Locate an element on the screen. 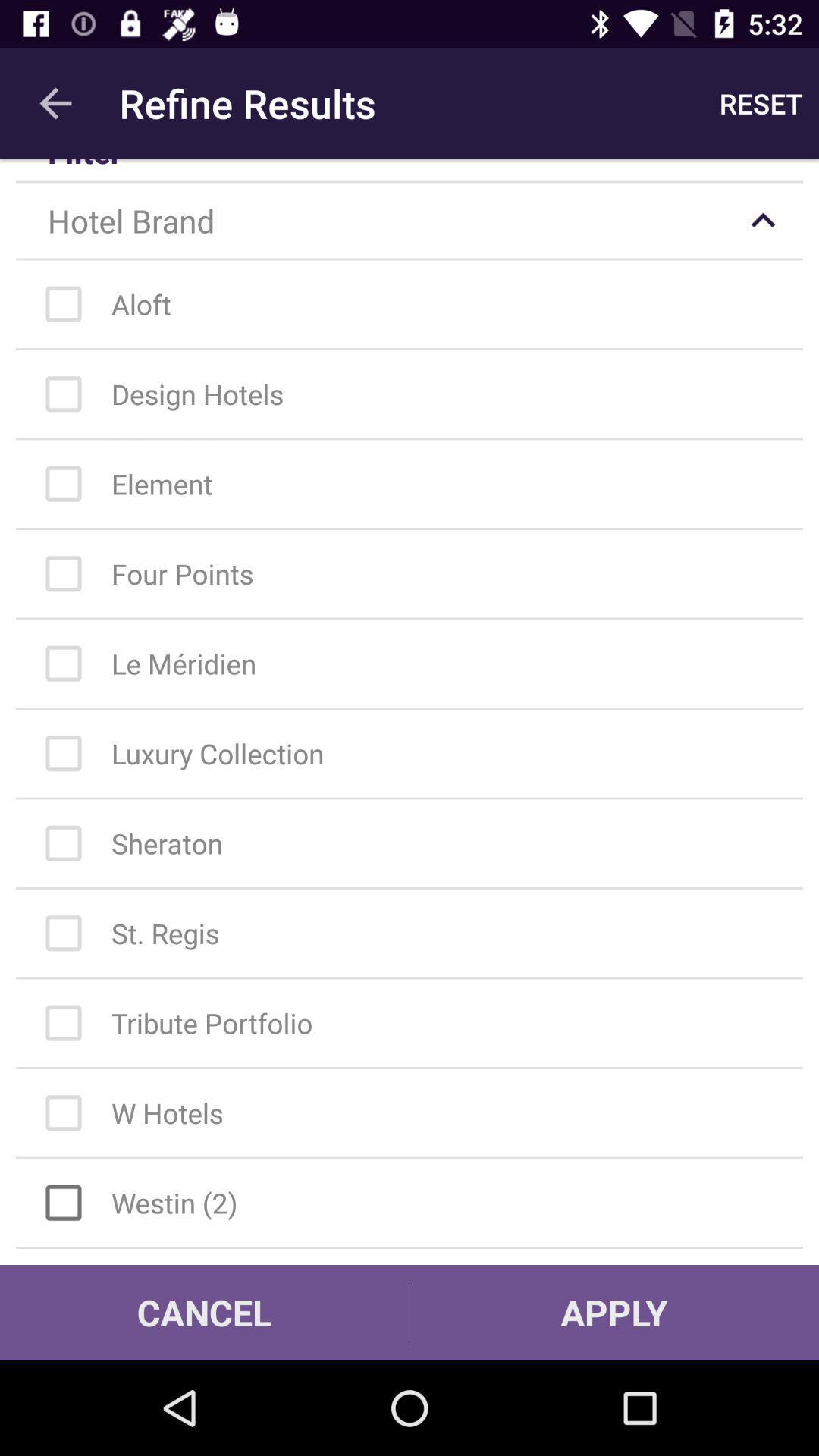 This screenshot has width=819, height=1456. the element along with the empty box is located at coordinates (417, 483).